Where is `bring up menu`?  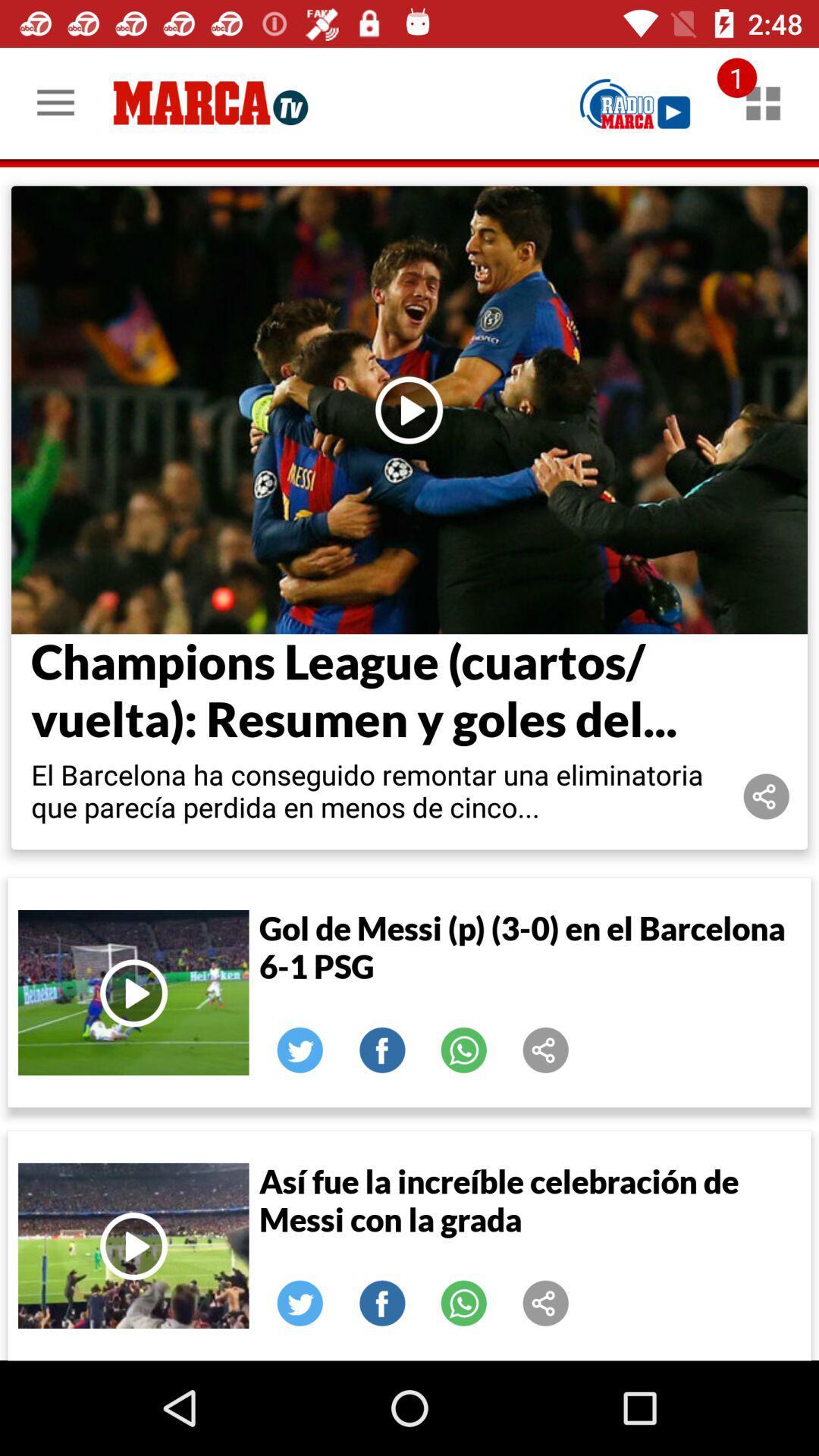
bring up menu is located at coordinates (763, 102).